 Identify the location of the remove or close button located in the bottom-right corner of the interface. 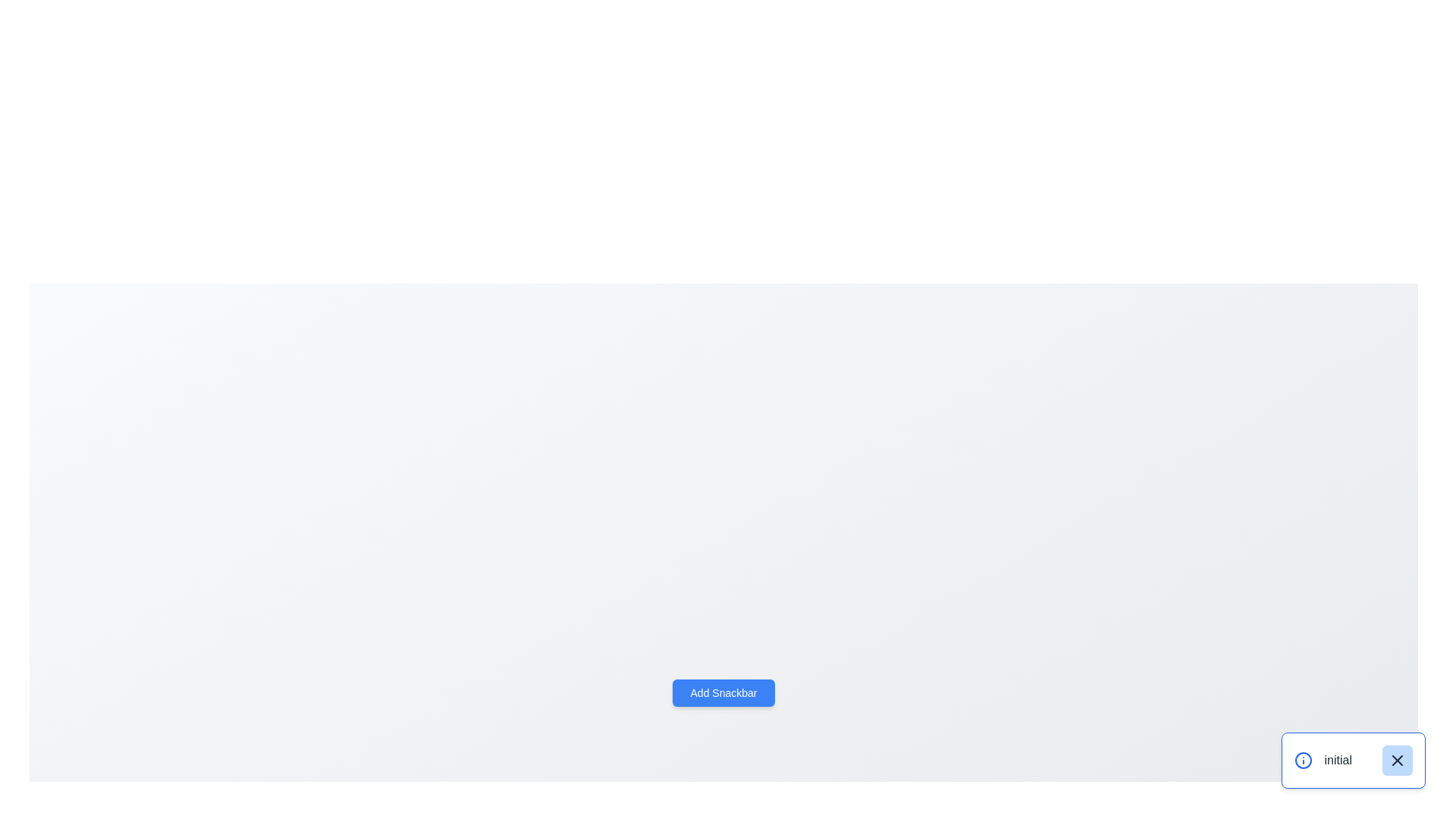
(1397, 760).